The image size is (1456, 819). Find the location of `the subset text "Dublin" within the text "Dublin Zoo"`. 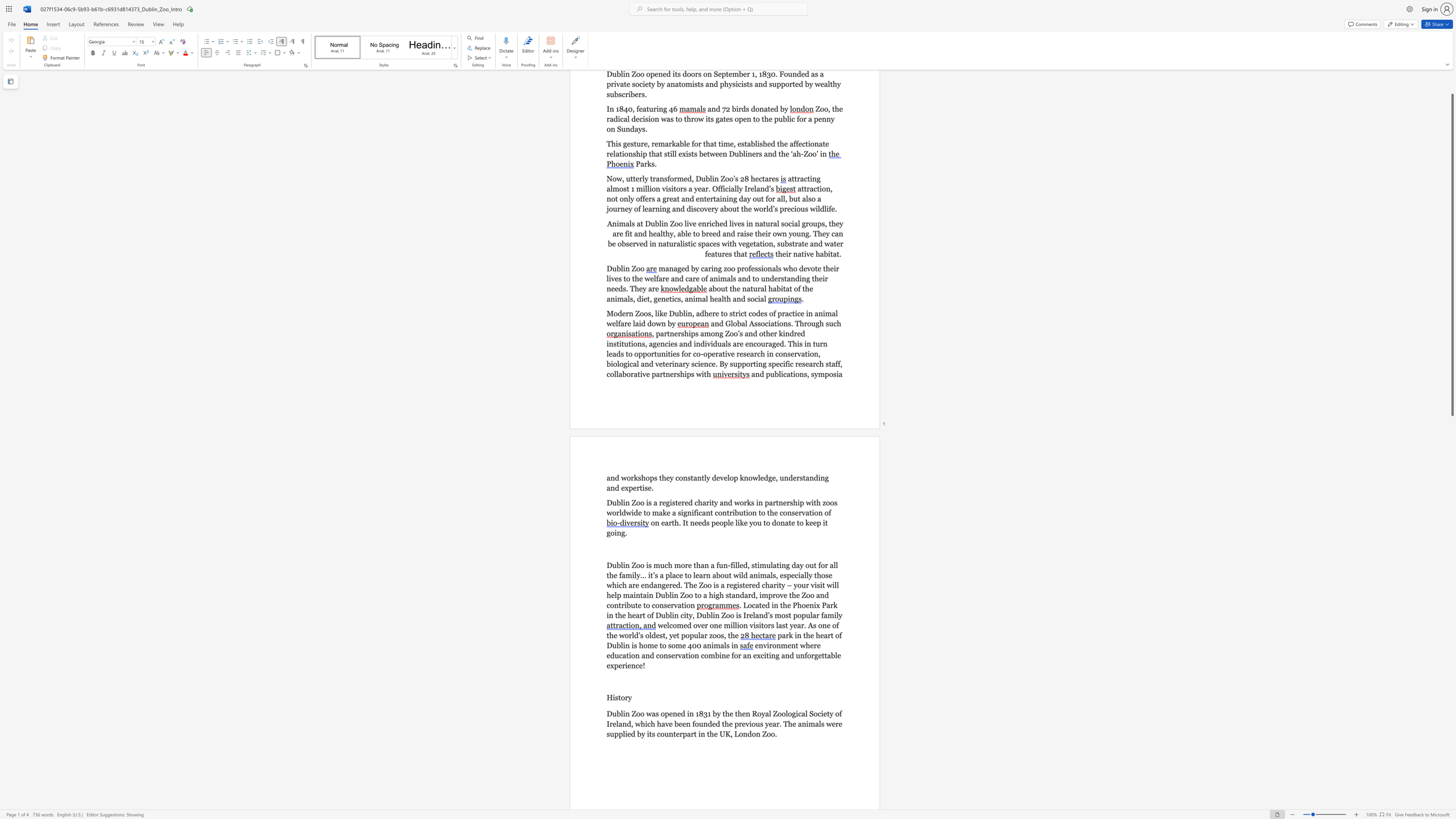

the subset text "Dublin" within the text "Dublin Zoo" is located at coordinates (606, 268).